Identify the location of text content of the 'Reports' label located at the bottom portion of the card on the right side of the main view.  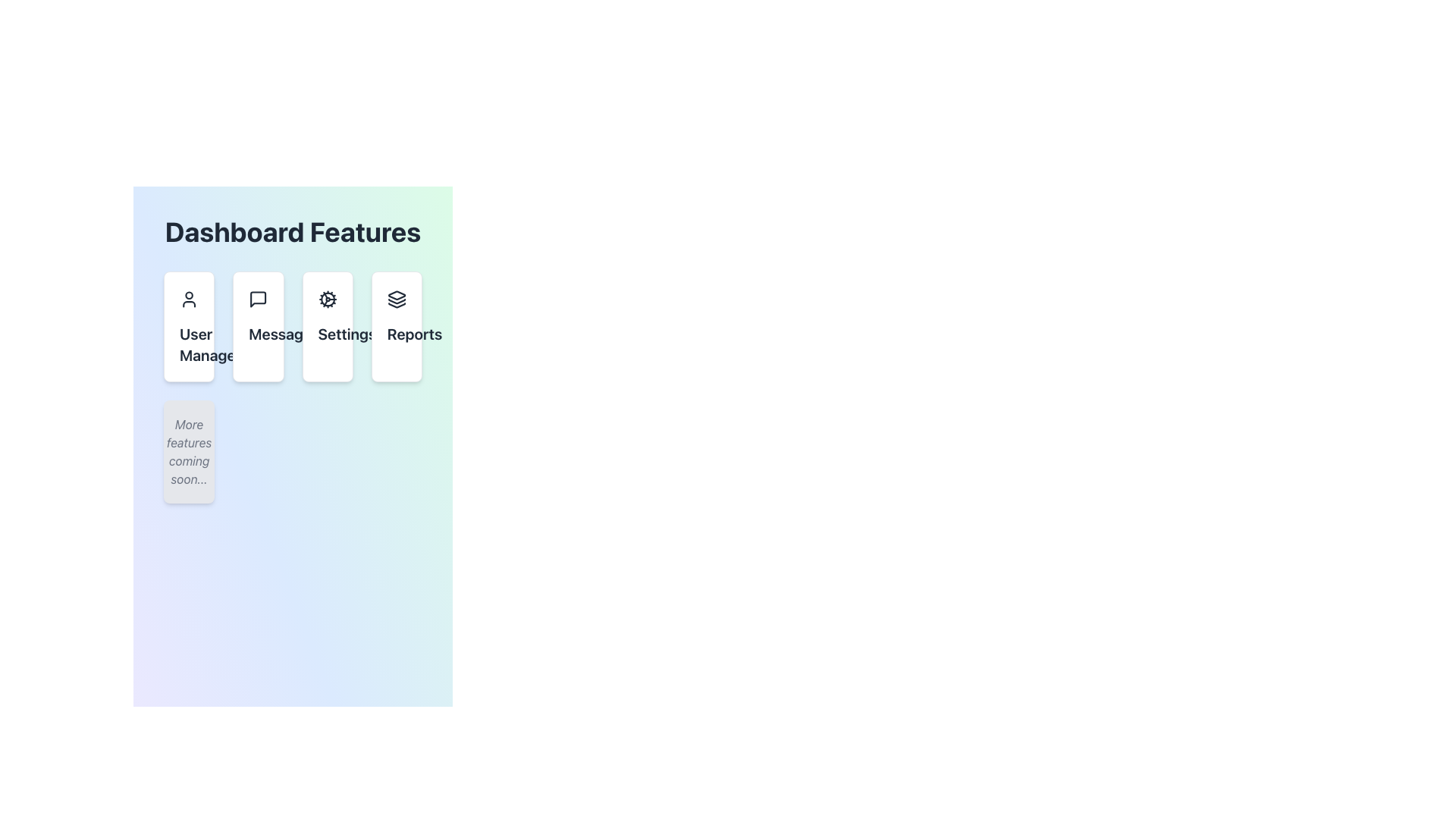
(397, 333).